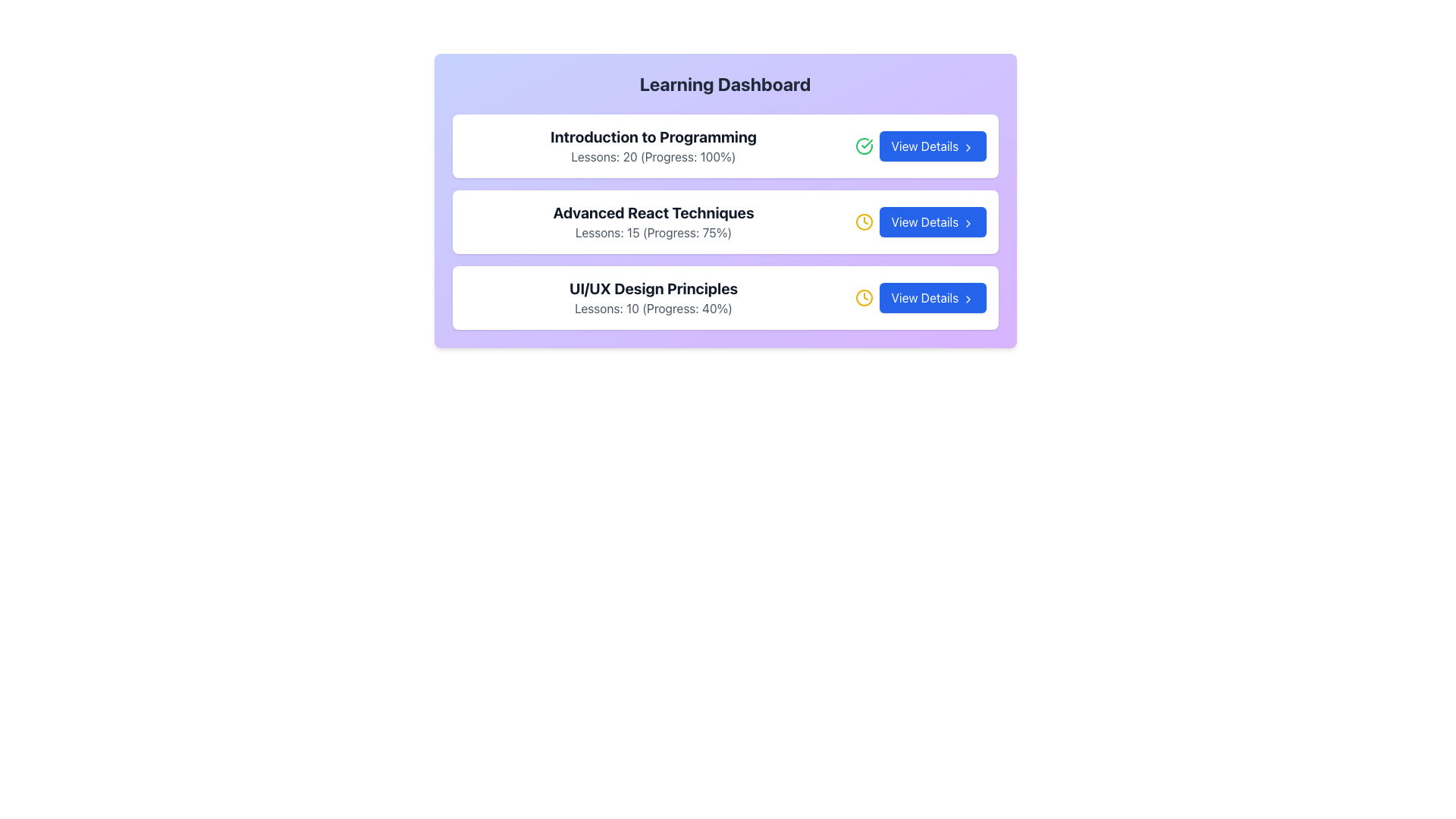  I want to click on the 'View Details' button with white text on a blue background, located in the bottom row of the 'UI/UX Design Principles' section, so click(920, 298).